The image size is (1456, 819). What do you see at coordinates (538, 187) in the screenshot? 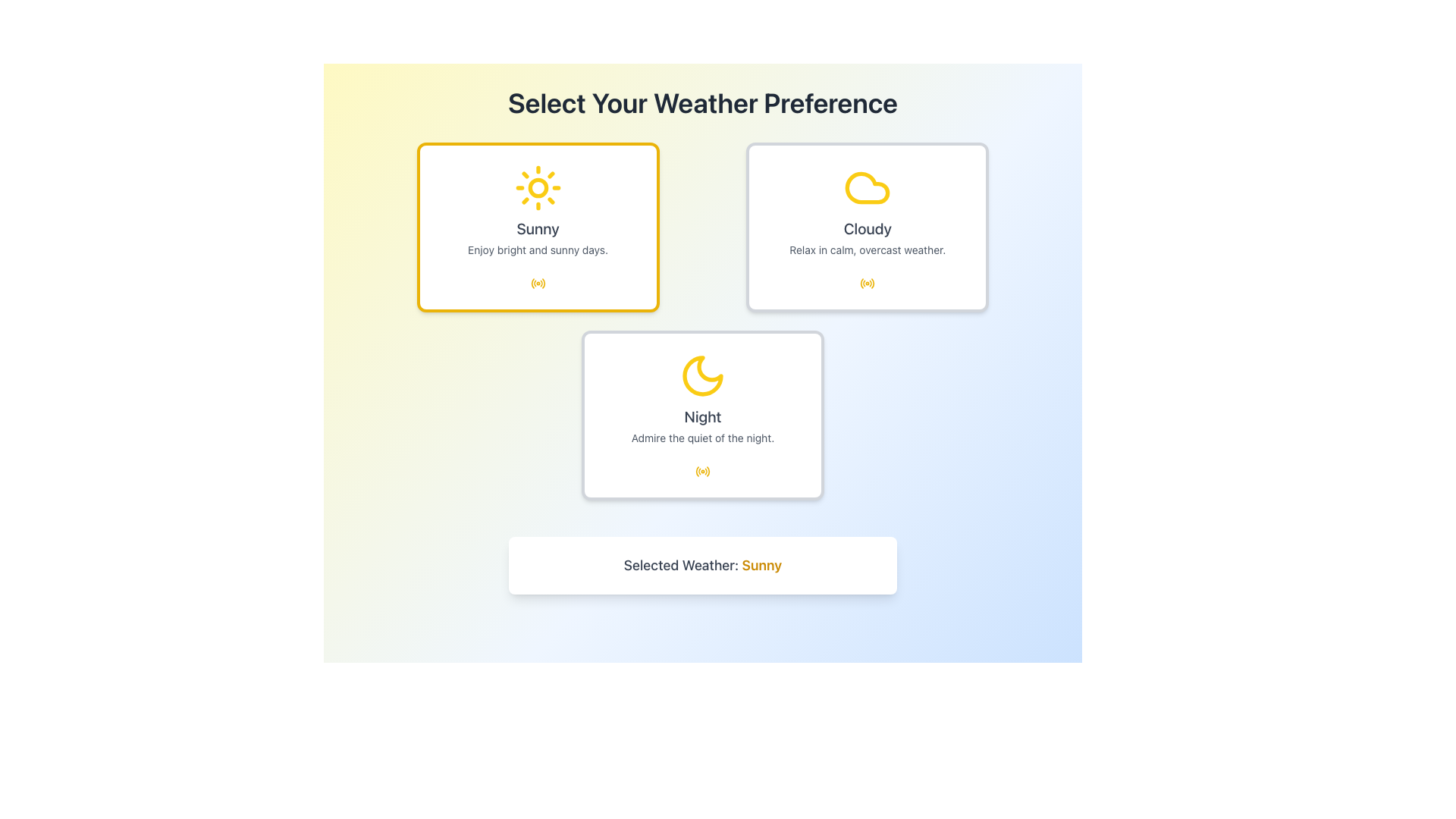
I see `the decorative SVG circle component at the center of the sun icon within the 'Sunny' card` at bounding box center [538, 187].